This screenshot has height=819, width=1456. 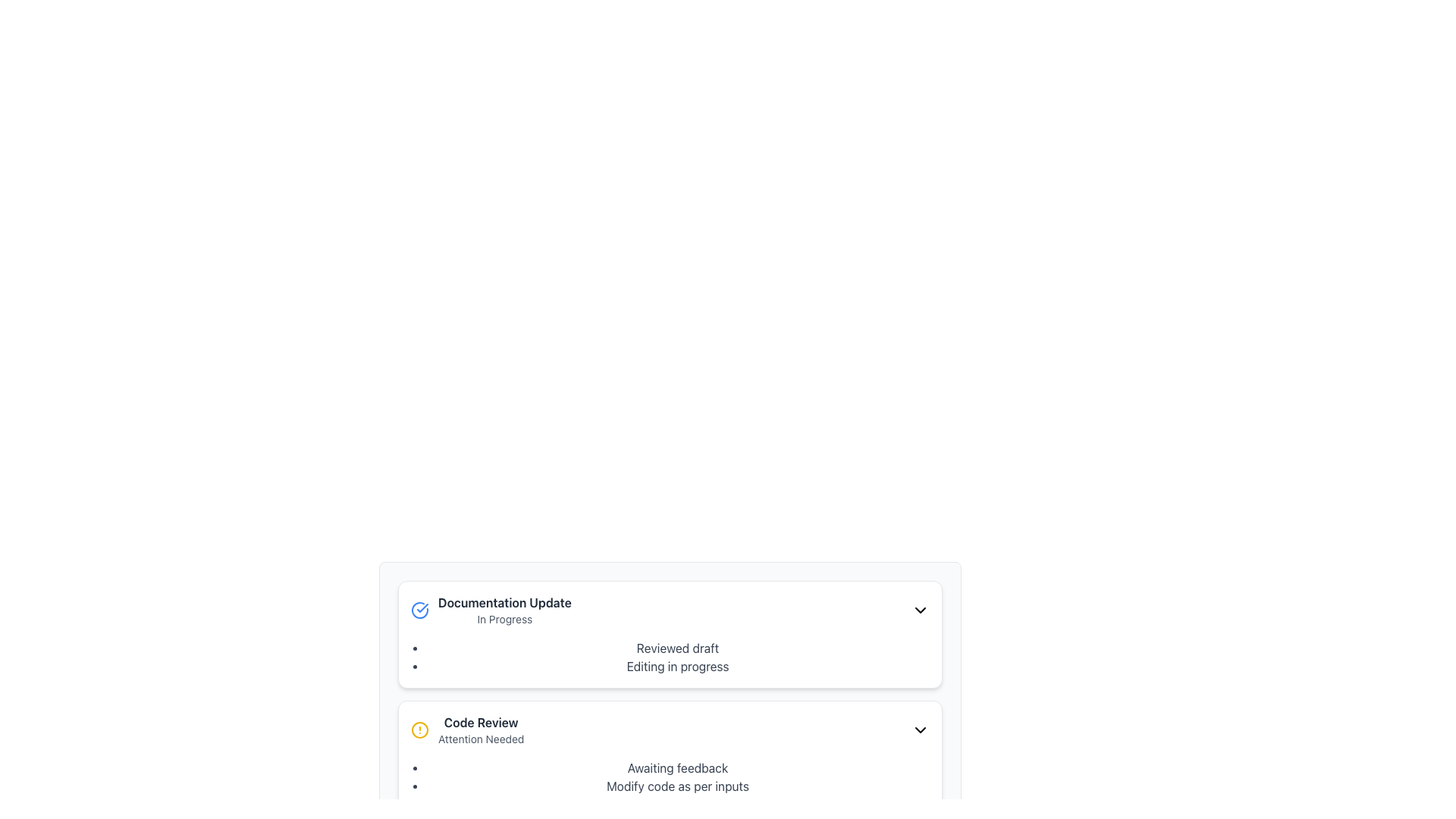 I want to click on the outer circular SVG component of the alert icon, which is yellow and located near the bottom-right section of the interface, adjacent to the 'Code Review' section, so click(x=419, y=730).